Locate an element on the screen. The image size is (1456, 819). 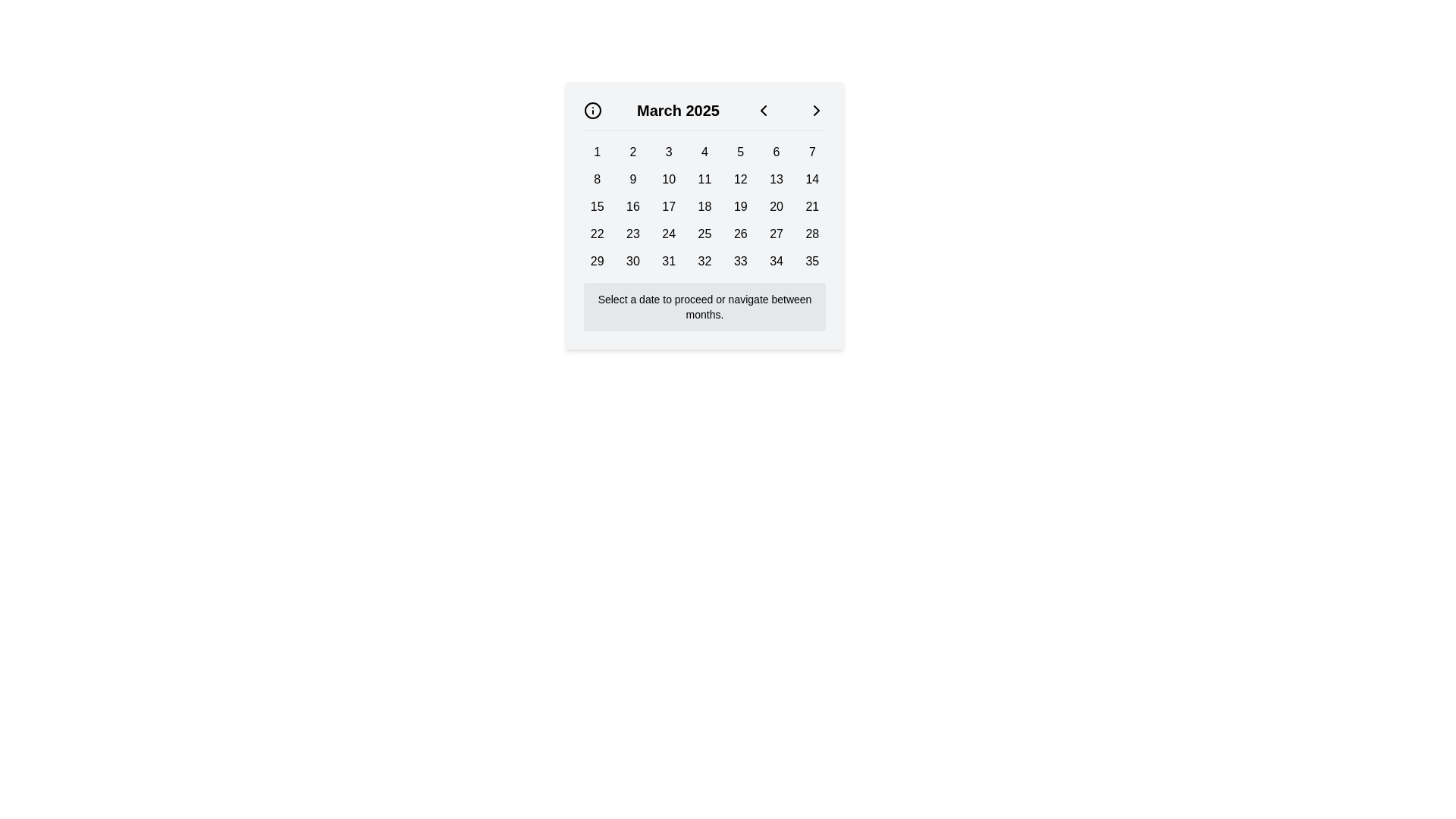
the button representing the date '27' in the calendar grid is located at coordinates (776, 234).